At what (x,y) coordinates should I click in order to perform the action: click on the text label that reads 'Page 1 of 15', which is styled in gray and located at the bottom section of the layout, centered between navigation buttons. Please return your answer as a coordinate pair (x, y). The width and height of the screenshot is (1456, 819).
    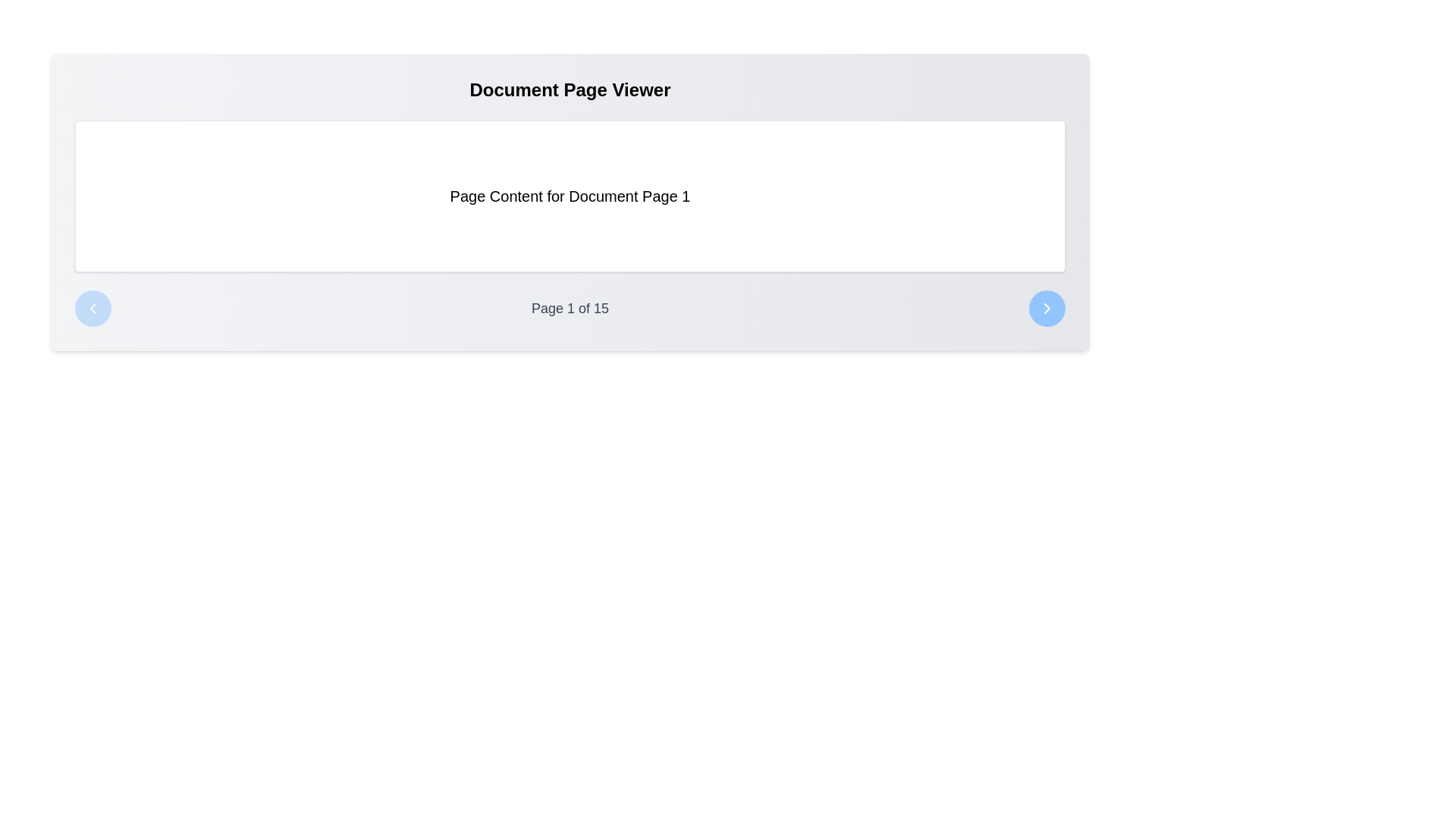
    Looking at the image, I should click on (570, 308).